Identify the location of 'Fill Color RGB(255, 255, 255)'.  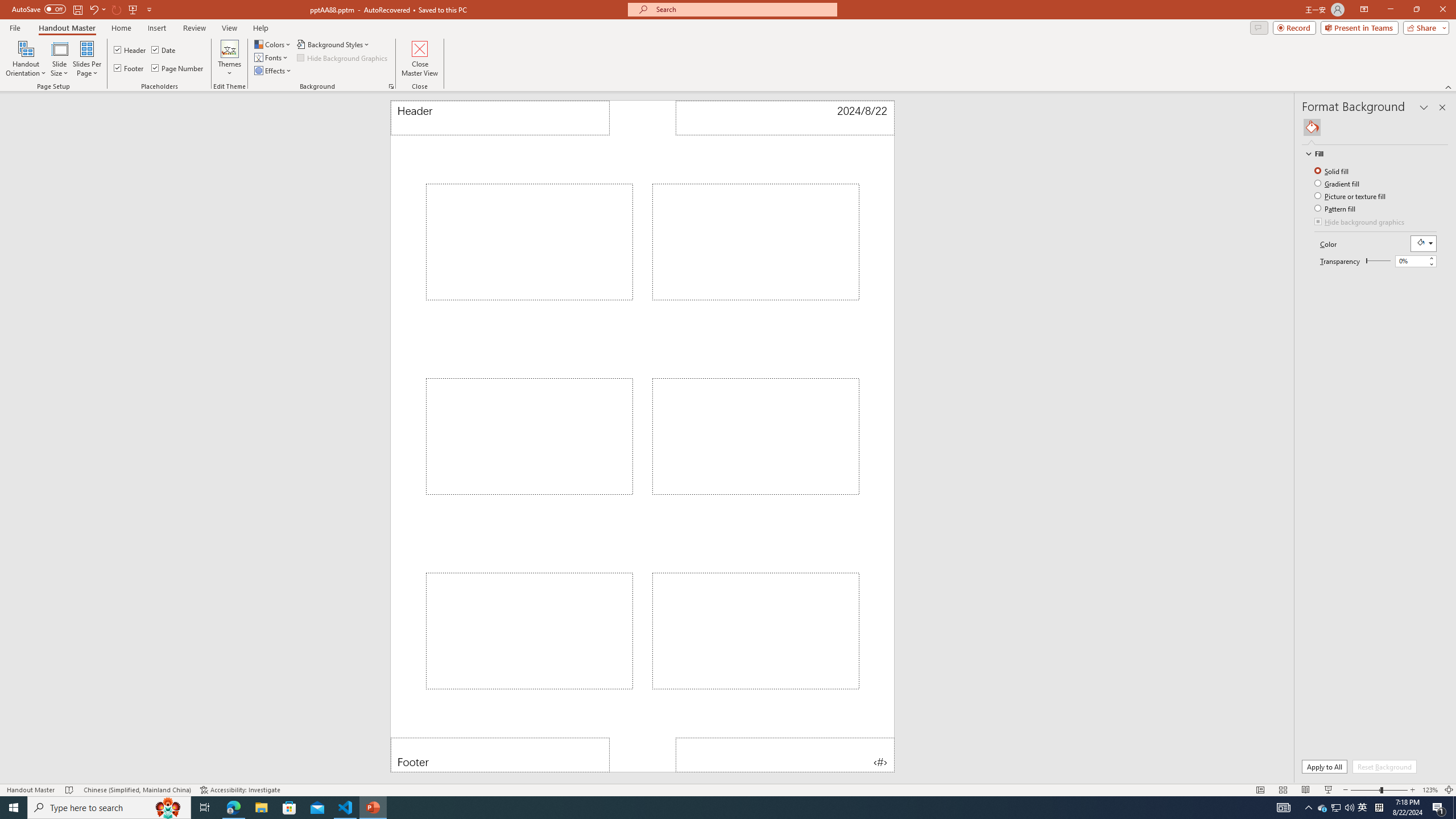
(1423, 243).